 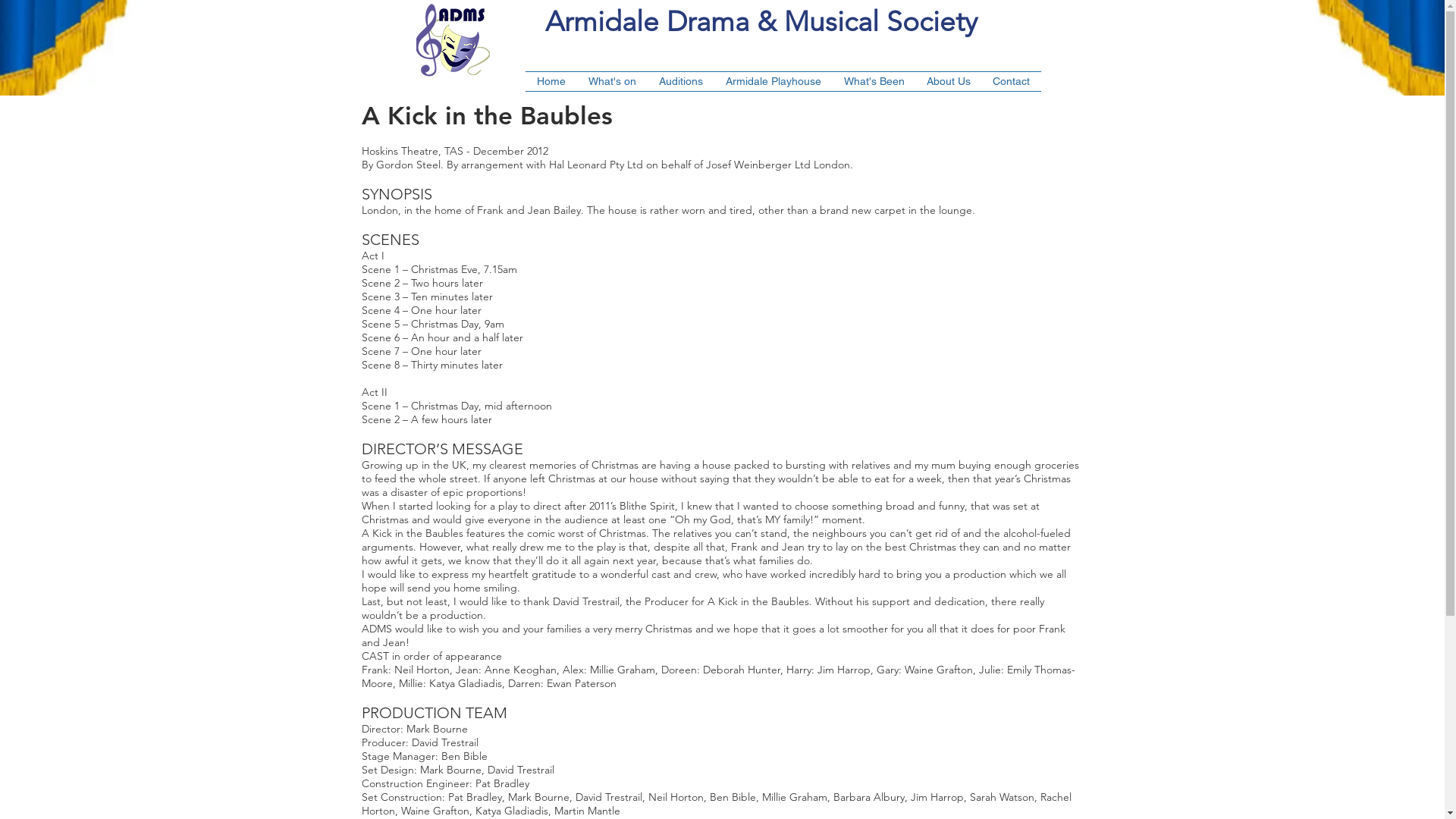 I want to click on 'About Us', so click(x=948, y=81).